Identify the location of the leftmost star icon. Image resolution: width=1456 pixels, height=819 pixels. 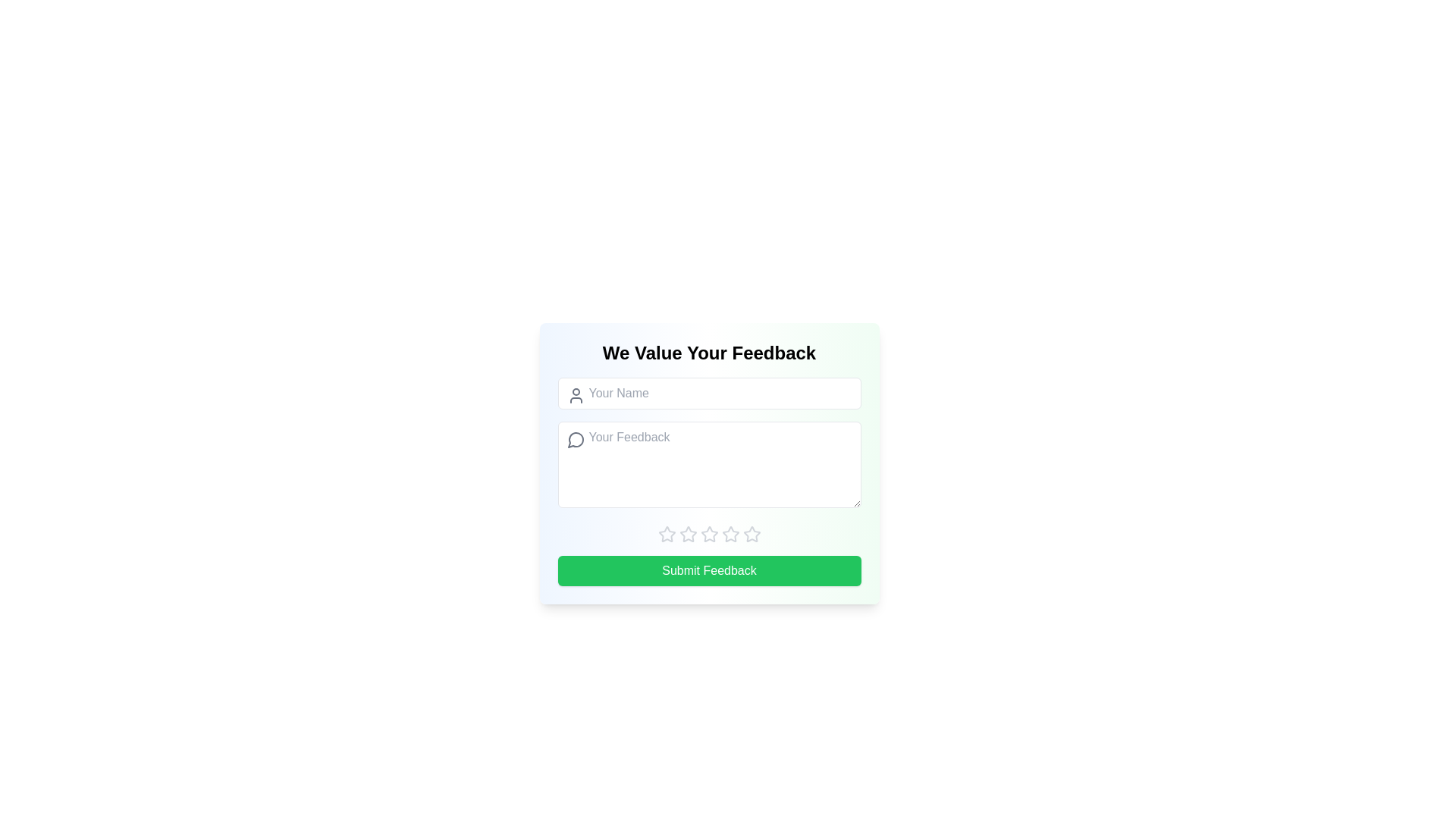
(667, 534).